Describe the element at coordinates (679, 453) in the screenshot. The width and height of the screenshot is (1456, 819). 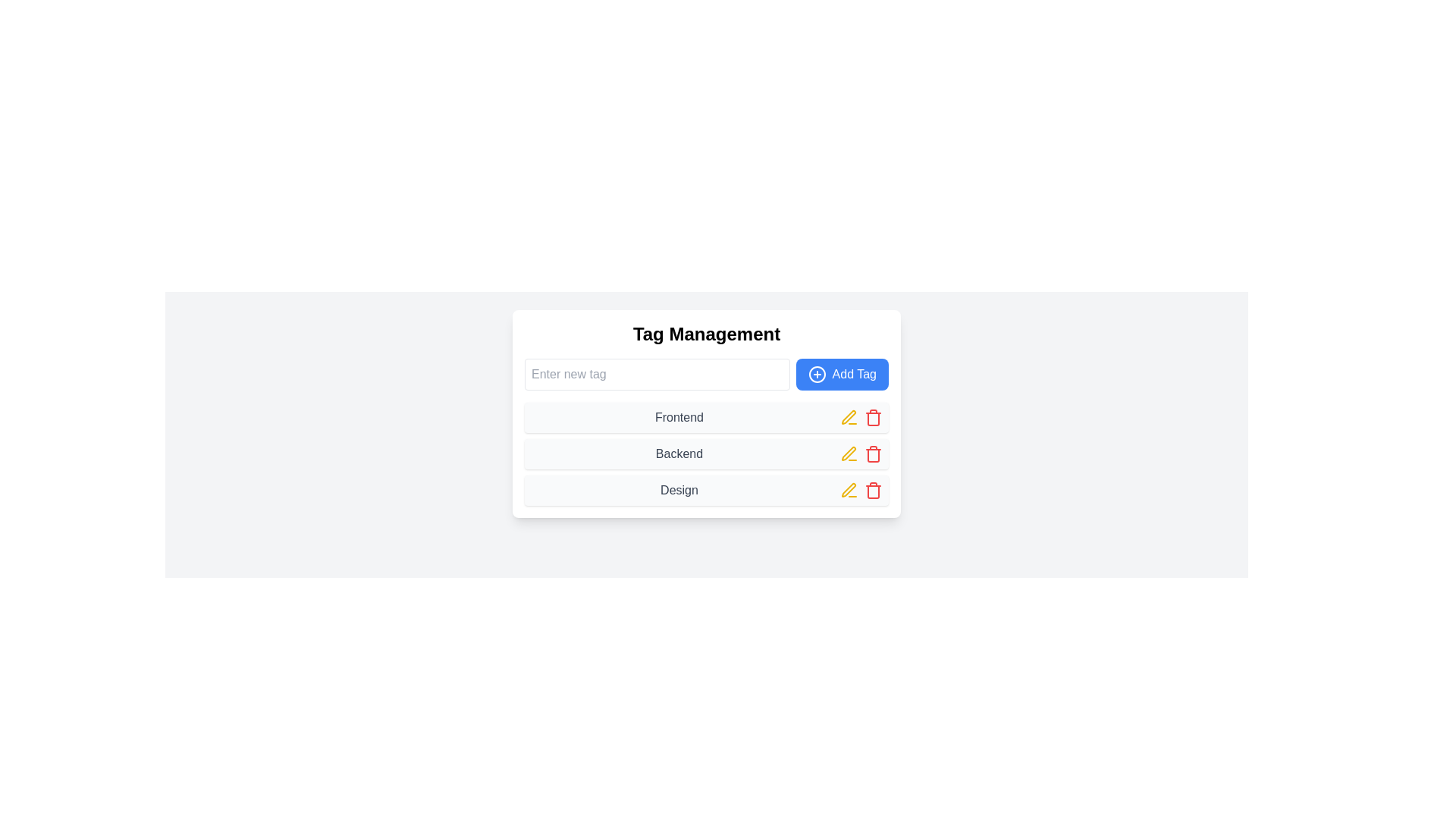
I see `the Label element displaying the text 'Backend' in bold, dark-gray font, which is centered within a light-gray background` at that location.